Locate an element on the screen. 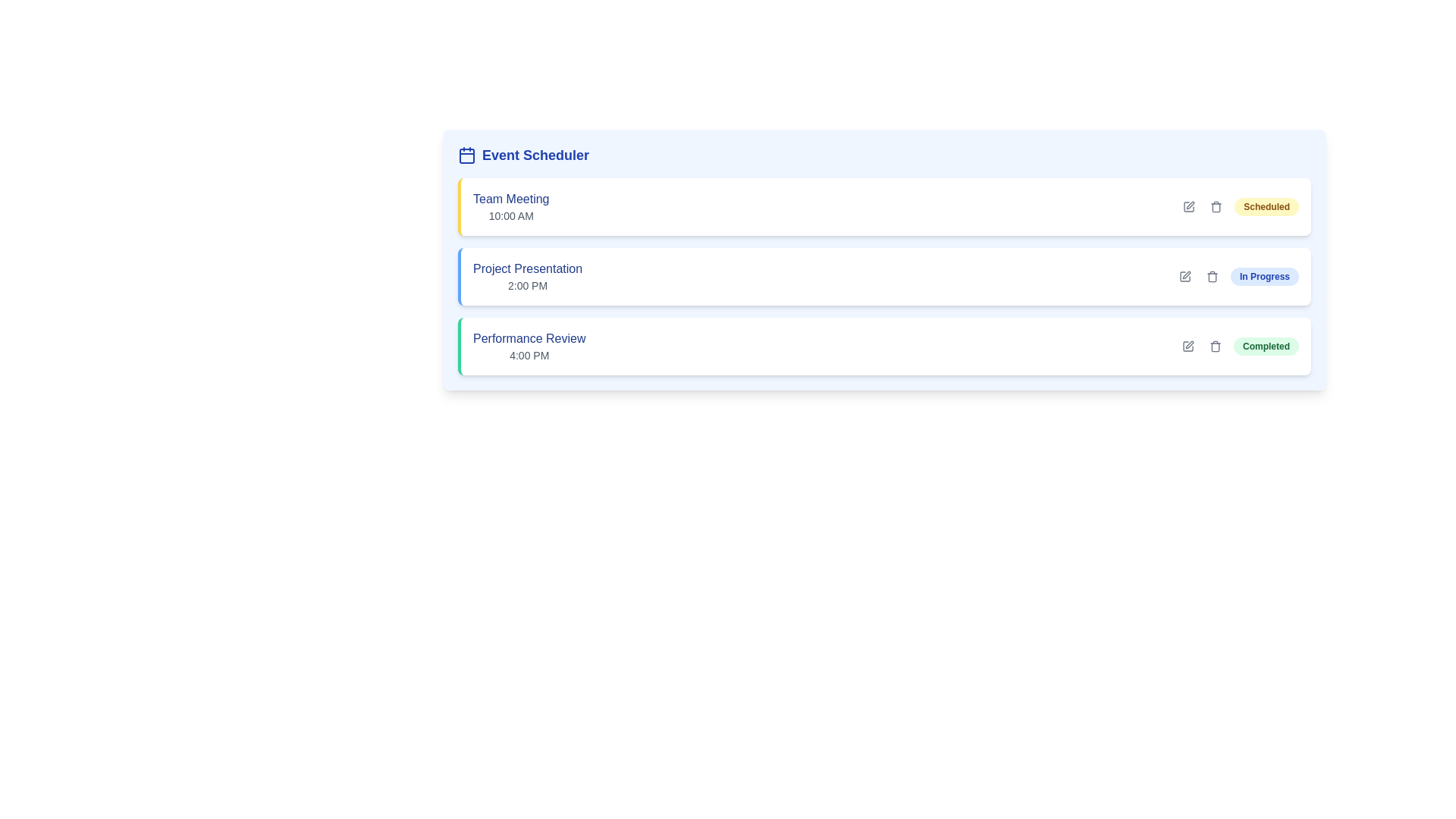 The height and width of the screenshot is (819, 1456). the text label displaying '2:00 PM', which is styled in gray color and located below the 'Project Presentation' label within the event schedule interface is located at coordinates (528, 286).